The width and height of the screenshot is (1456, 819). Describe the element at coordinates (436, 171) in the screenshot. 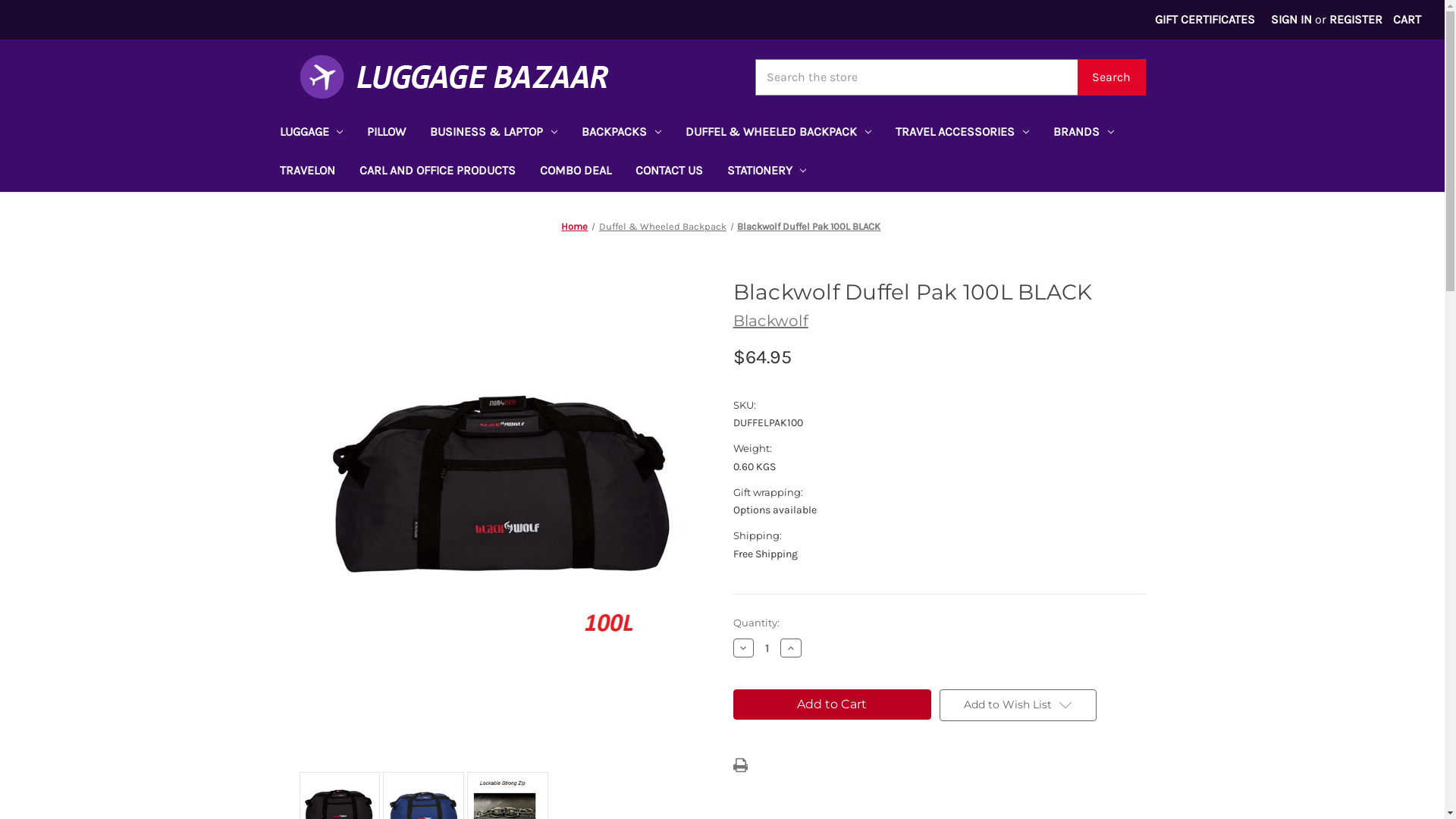

I see `'CARL AND OFFICE PRODUCTS'` at that location.